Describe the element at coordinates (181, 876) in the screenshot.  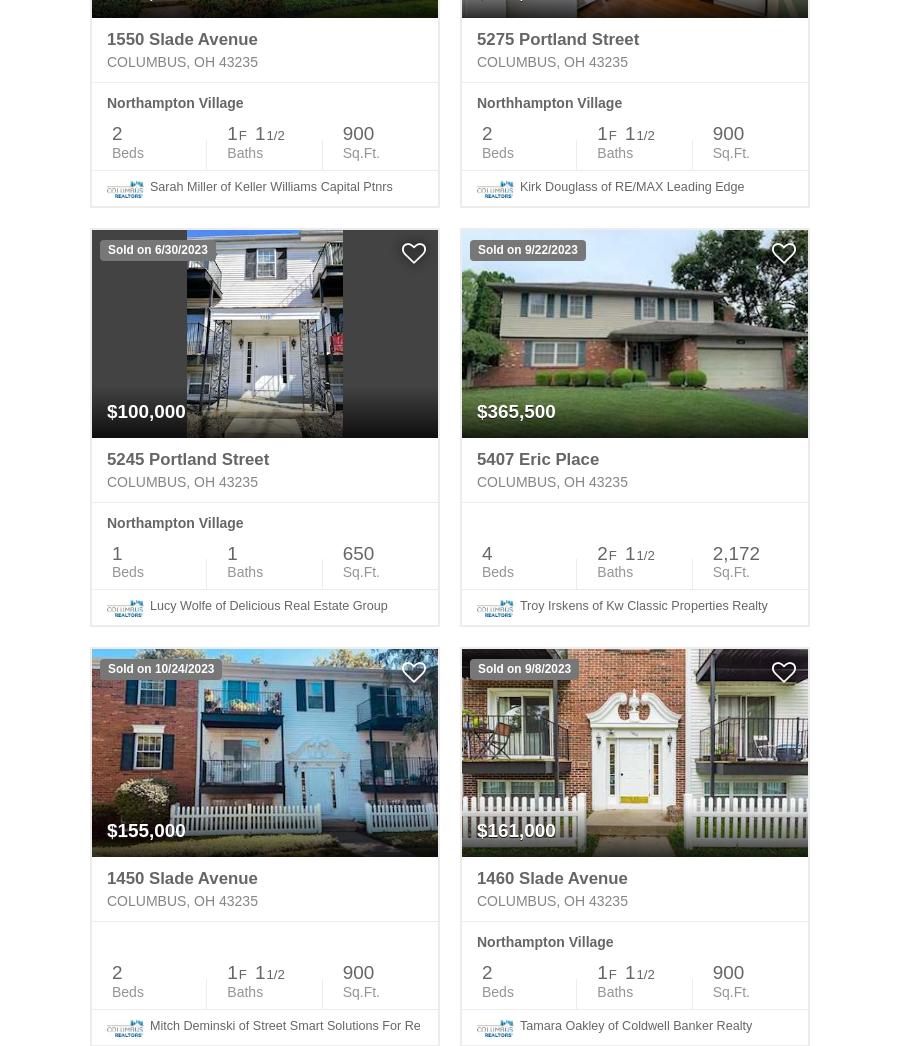
I see `'1450 Slade Avenue'` at that location.